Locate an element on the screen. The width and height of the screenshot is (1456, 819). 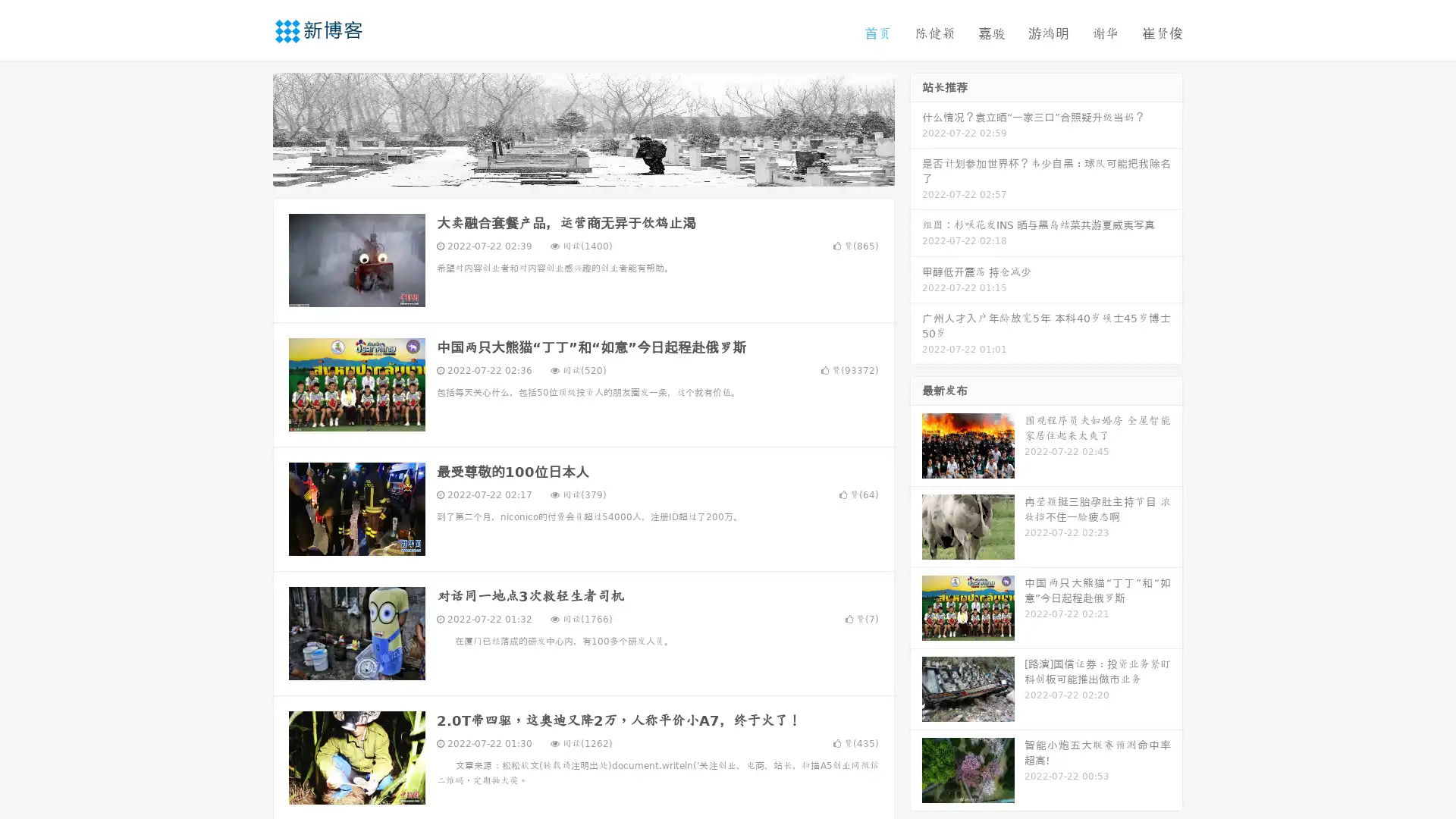
Go to slide 3 is located at coordinates (598, 171).